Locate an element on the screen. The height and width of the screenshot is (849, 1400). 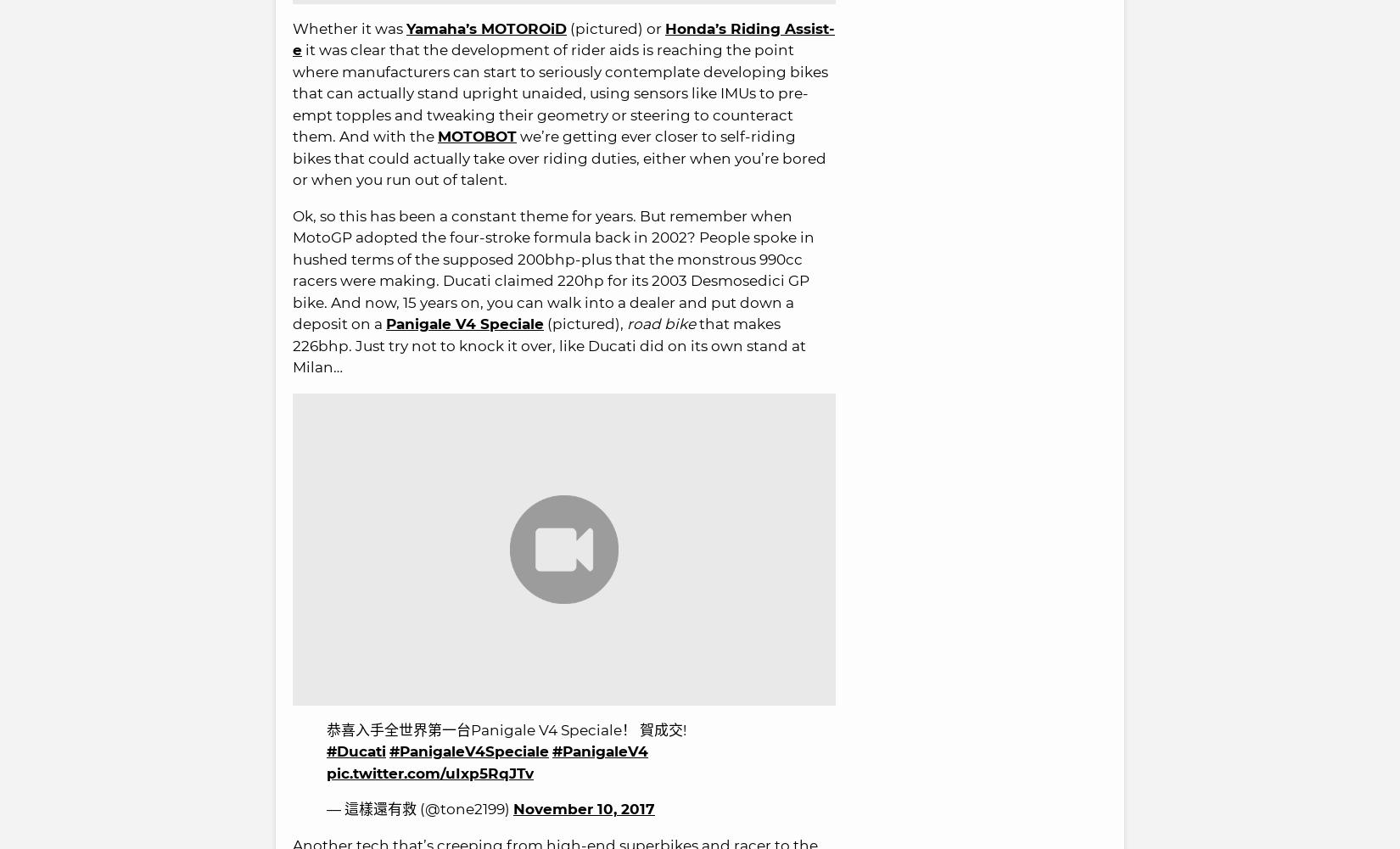
'we’re getting ever closer to self-riding bikes that could actually take over riding duties, either when you’re bored or when you run out of talent.' is located at coordinates (558, 158).